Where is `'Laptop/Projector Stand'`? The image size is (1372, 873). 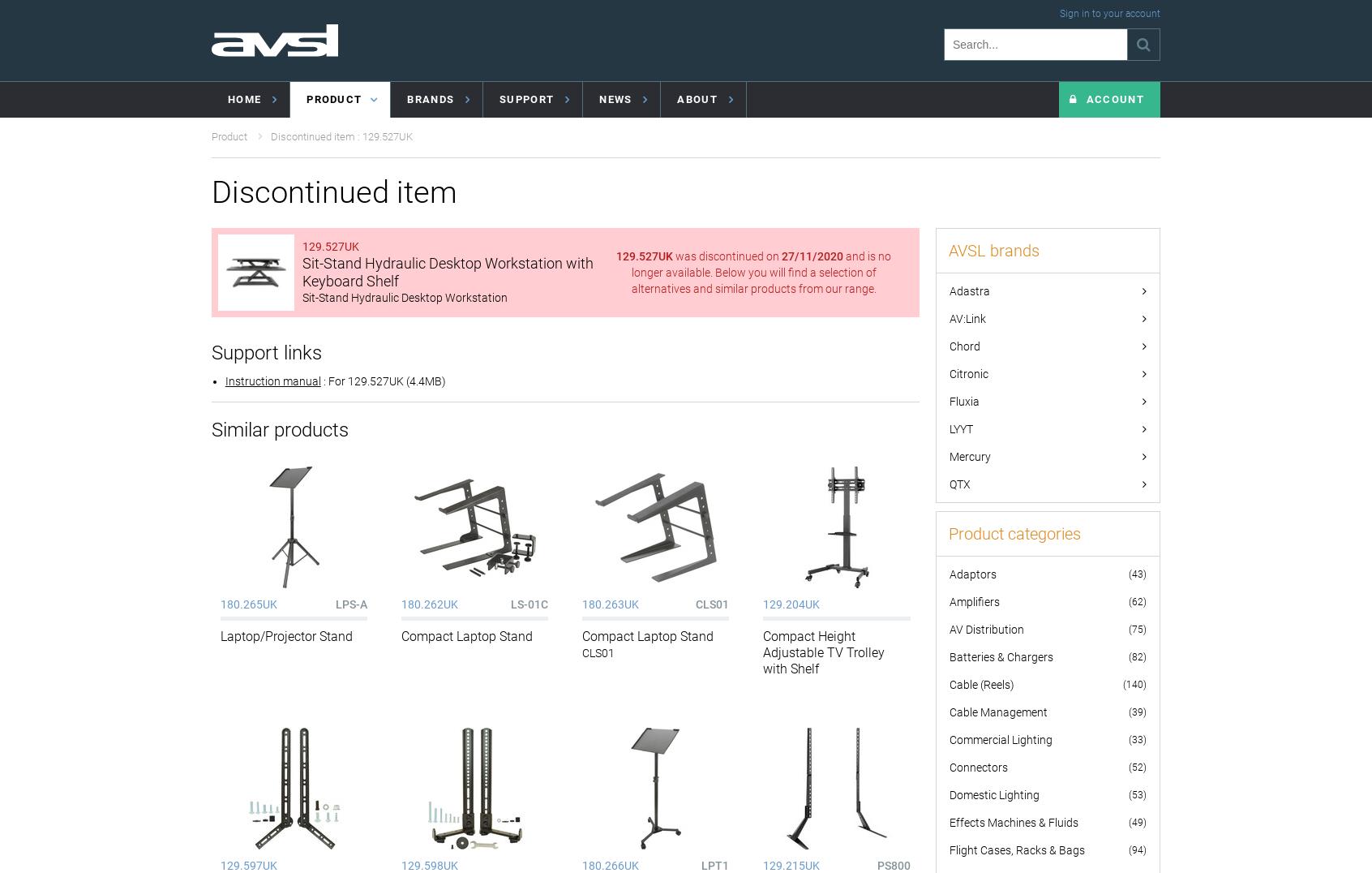
'Laptop/Projector Stand' is located at coordinates (285, 636).